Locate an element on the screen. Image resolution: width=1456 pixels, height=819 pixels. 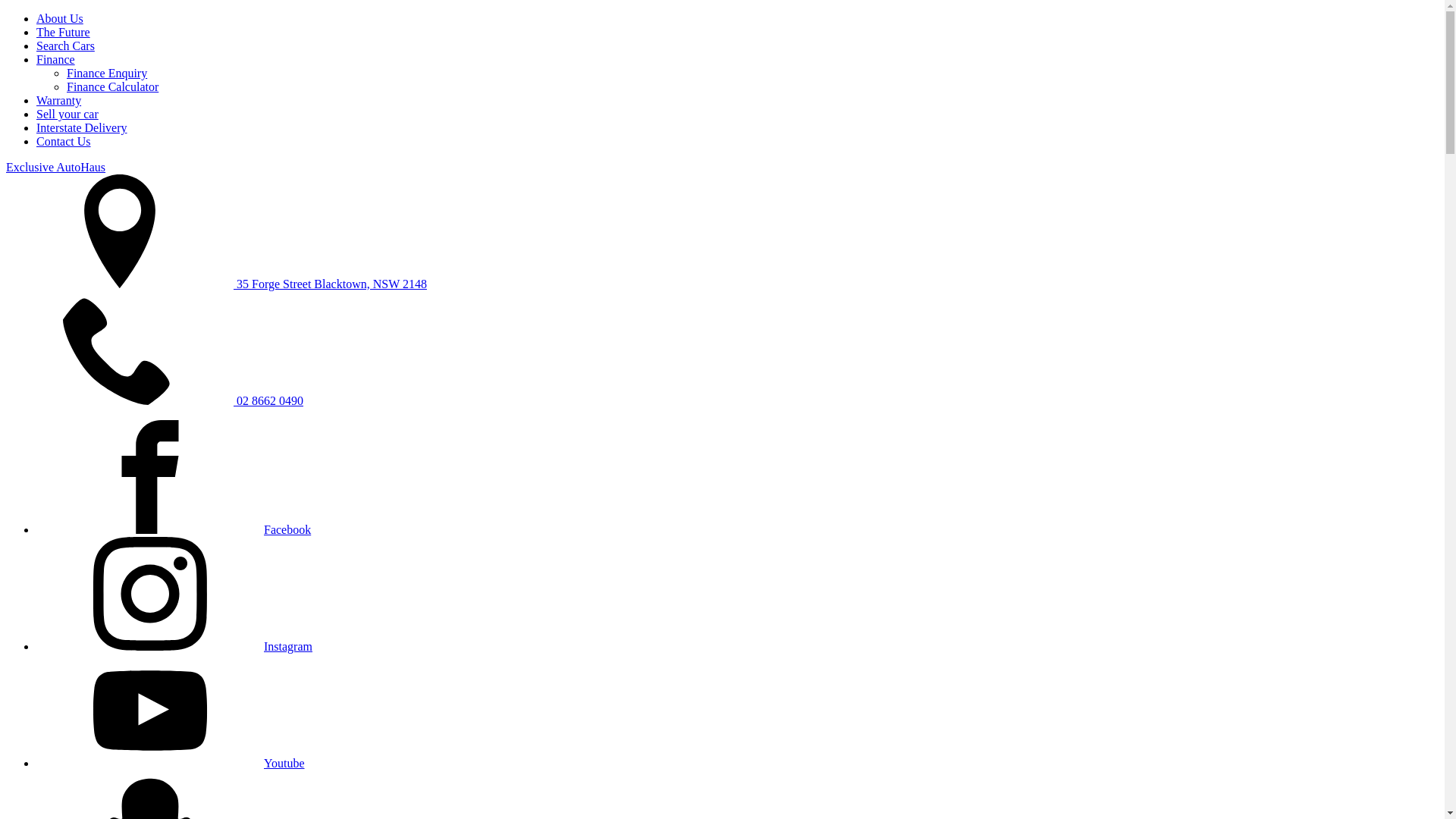
'About Us' is located at coordinates (59, 18).